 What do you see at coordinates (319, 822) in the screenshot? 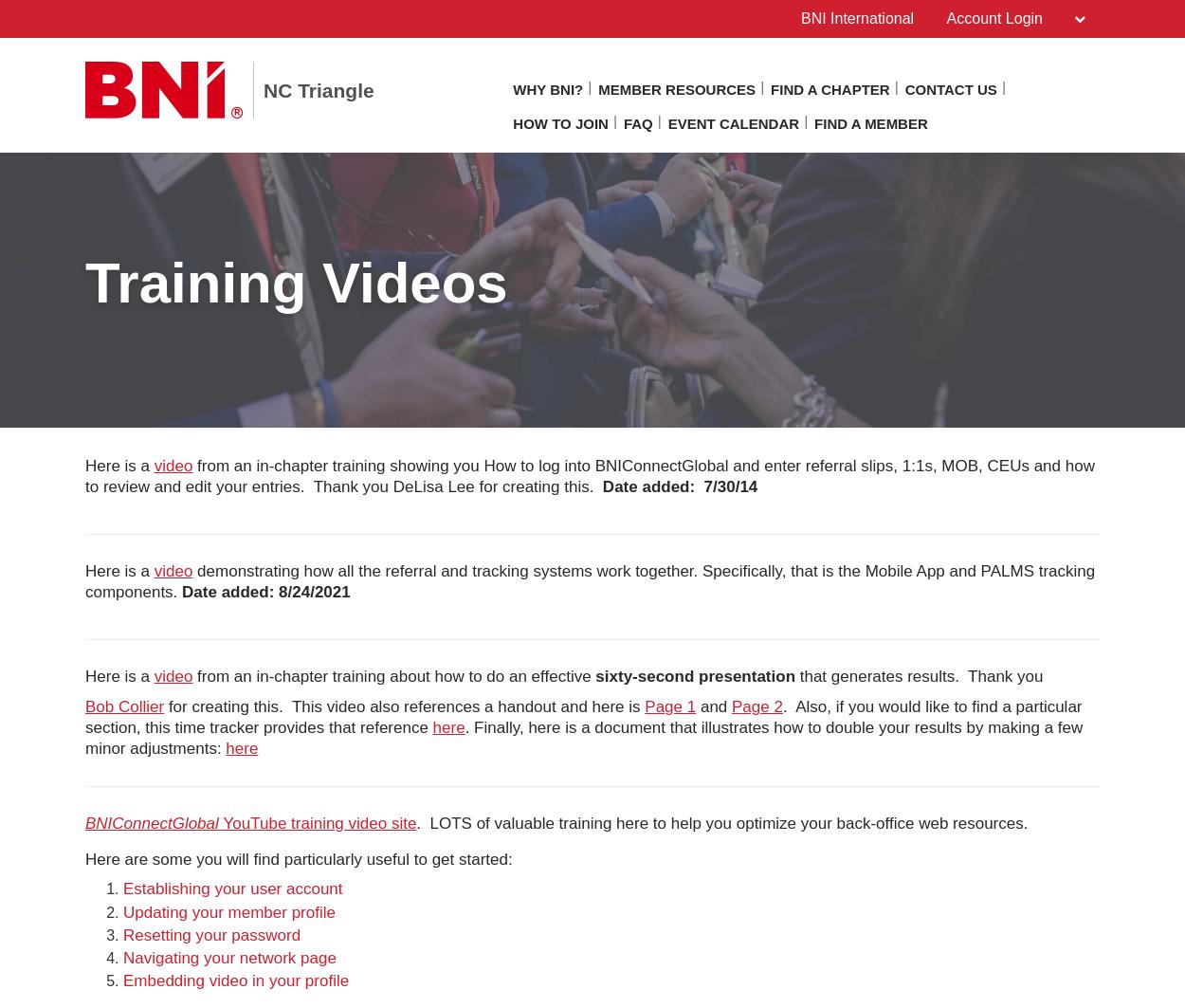
I see `'YouTube training video site'` at bounding box center [319, 822].